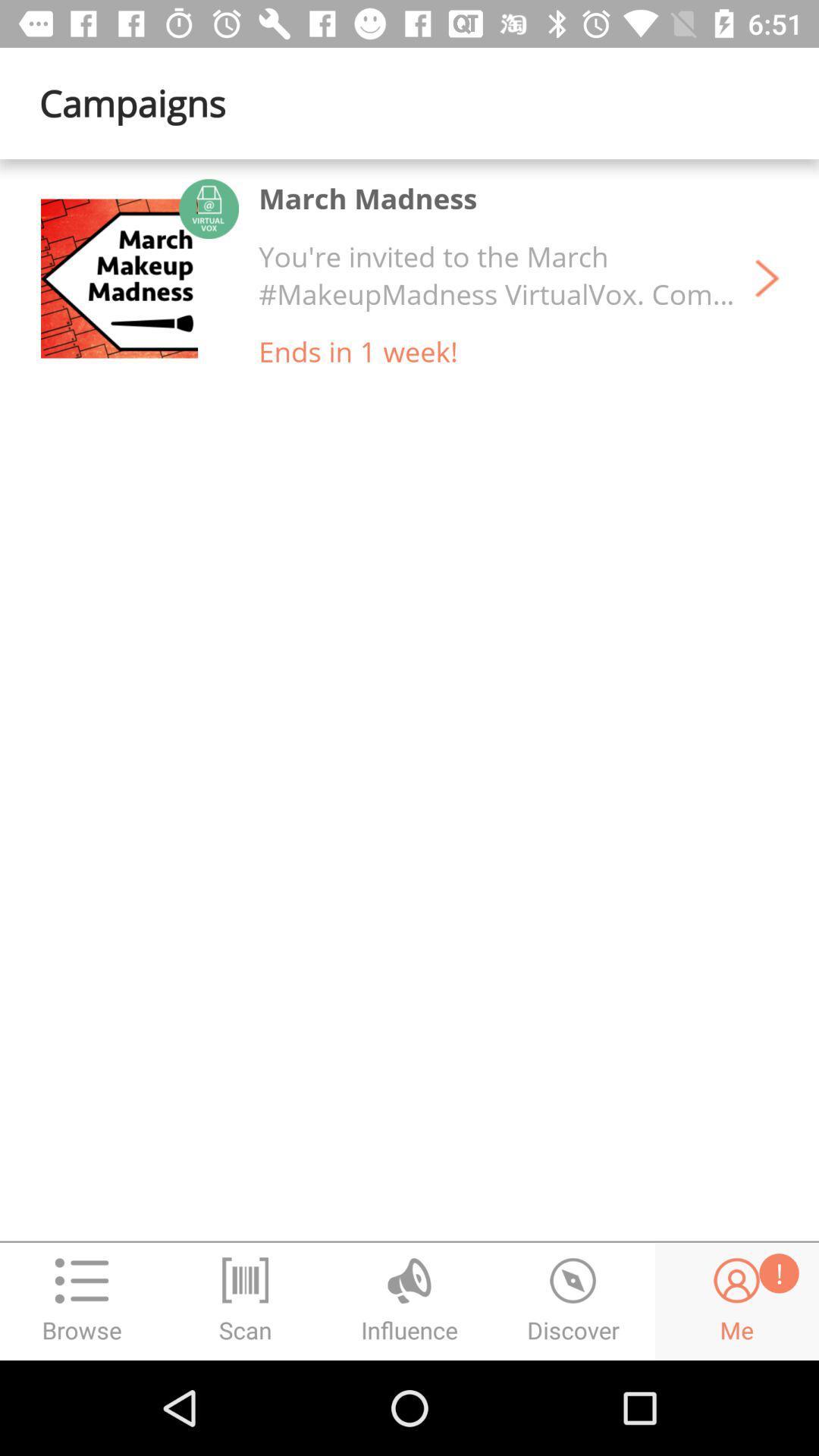 This screenshot has width=819, height=1456. What do you see at coordinates (368, 197) in the screenshot?
I see `the march madness item` at bounding box center [368, 197].